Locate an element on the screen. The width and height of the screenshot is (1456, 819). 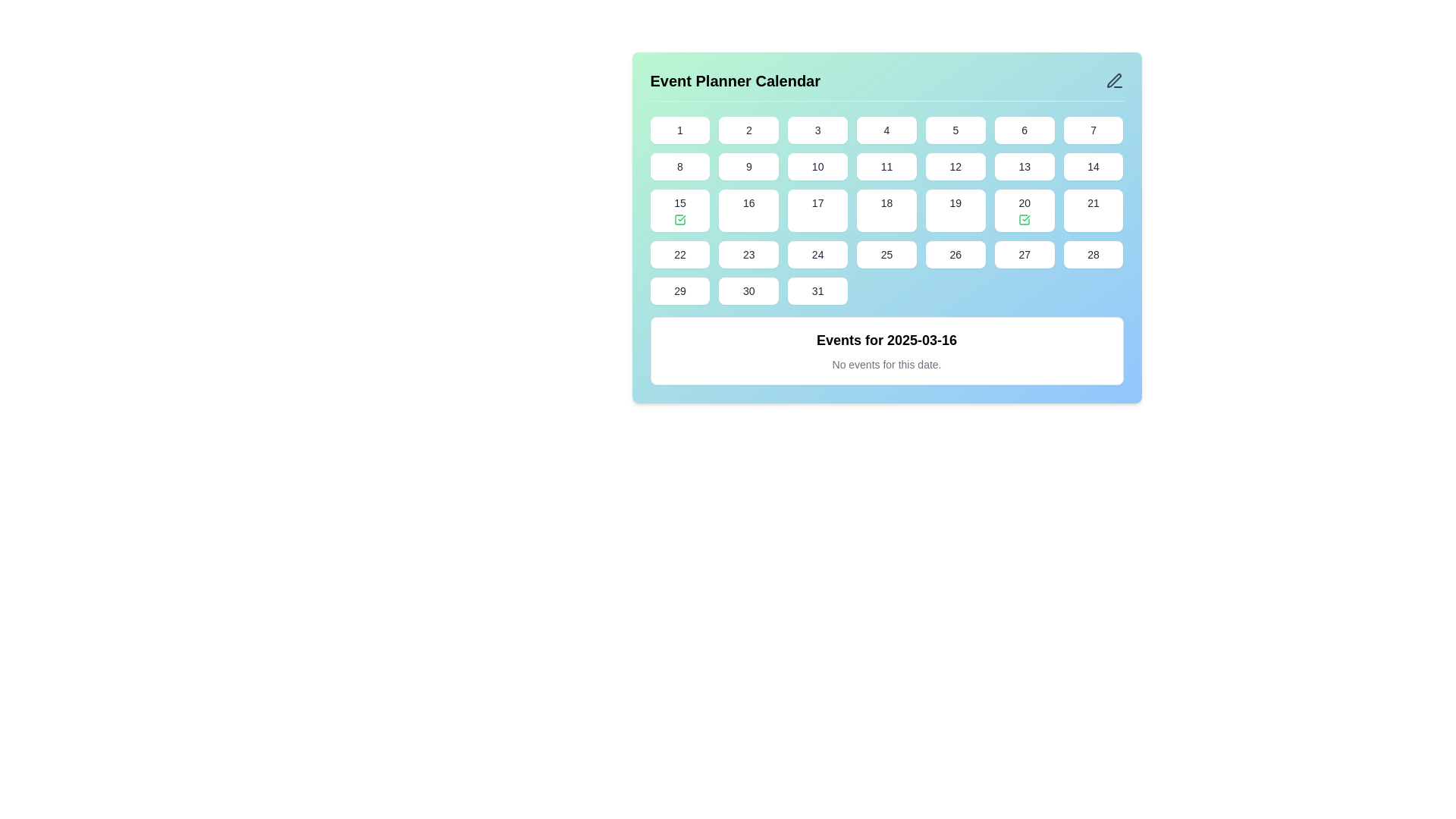
the calendar day button in the Event Planner Calendar is located at coordinates (886, 227).